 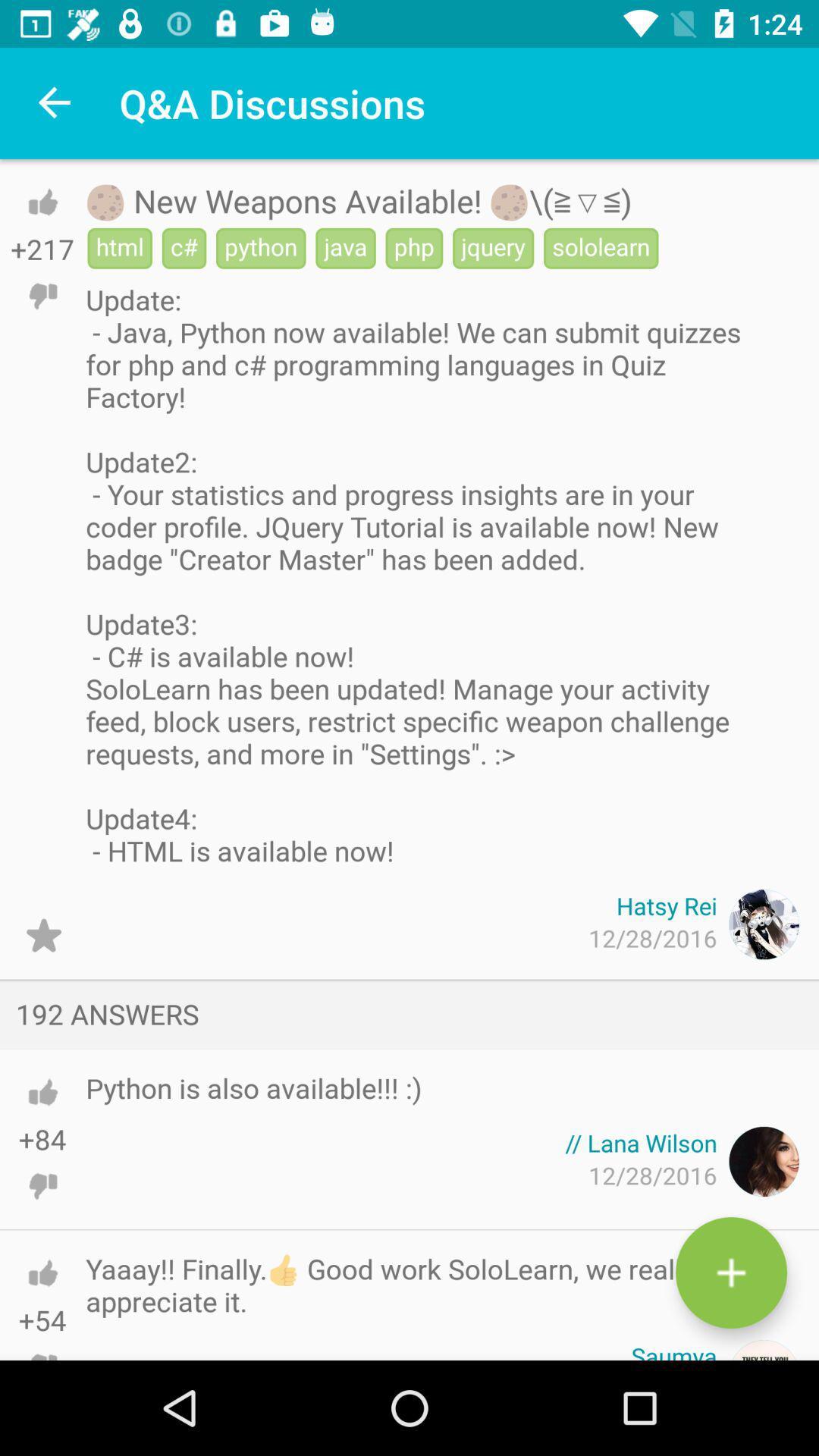 What do you see at coordinates (42, 201) in the screenshot?
I see `like the article` at bounding box center [42, 201].